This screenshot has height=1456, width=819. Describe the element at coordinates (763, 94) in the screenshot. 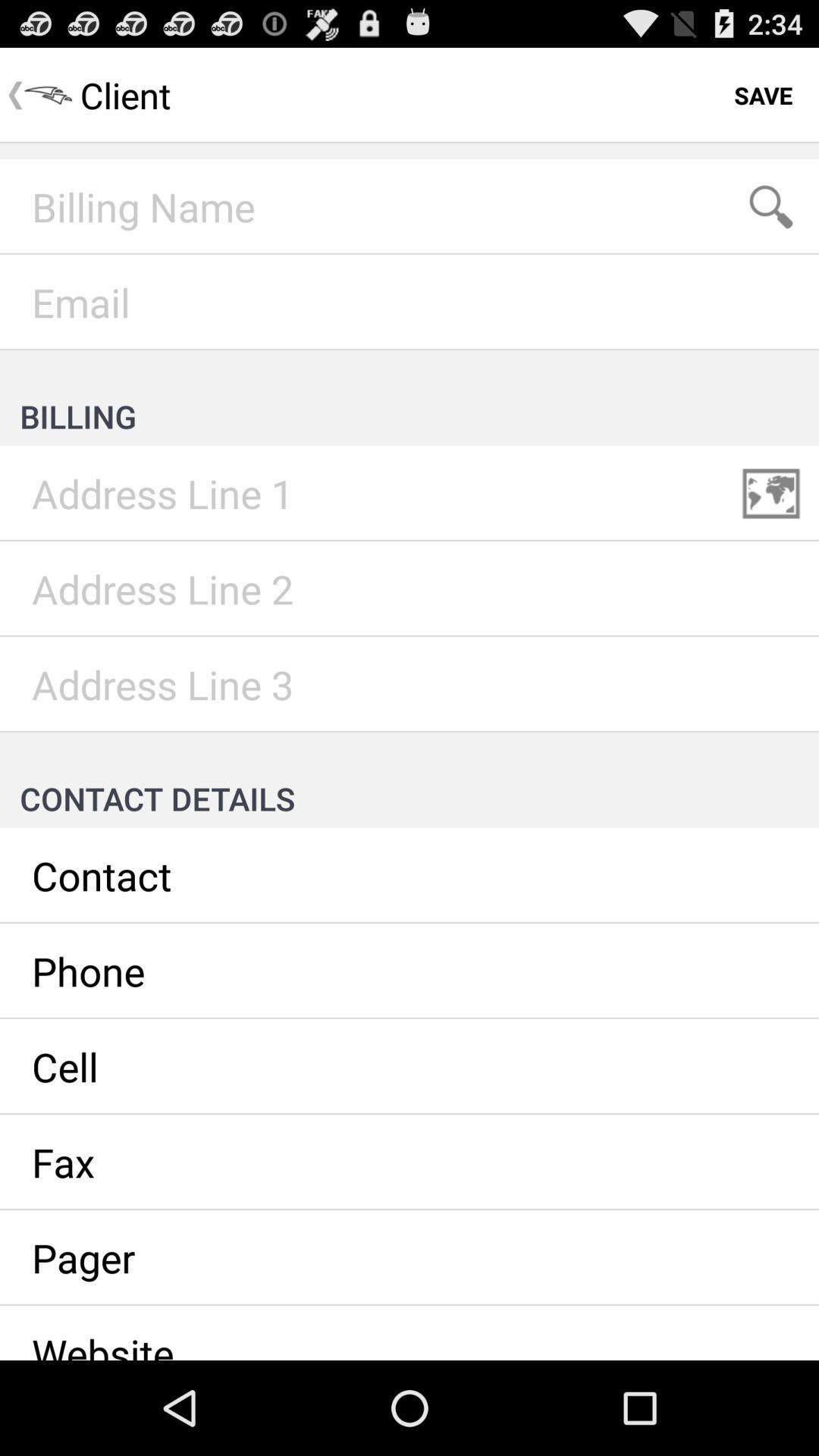

I see `save` at that location.